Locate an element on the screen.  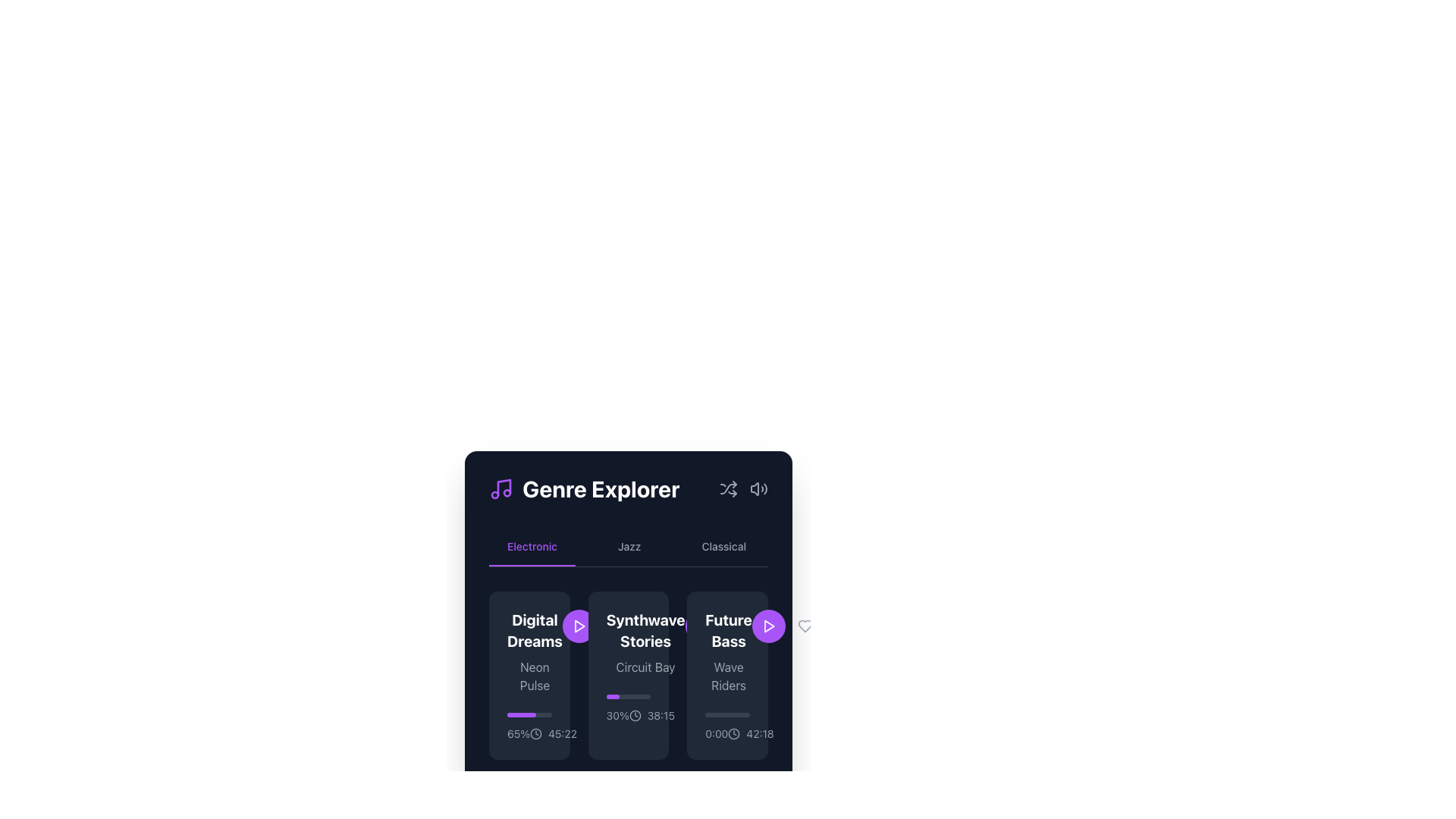
the Icon Button located in the bottom-right quadrant of the interface is located at coordinates (765, 626).